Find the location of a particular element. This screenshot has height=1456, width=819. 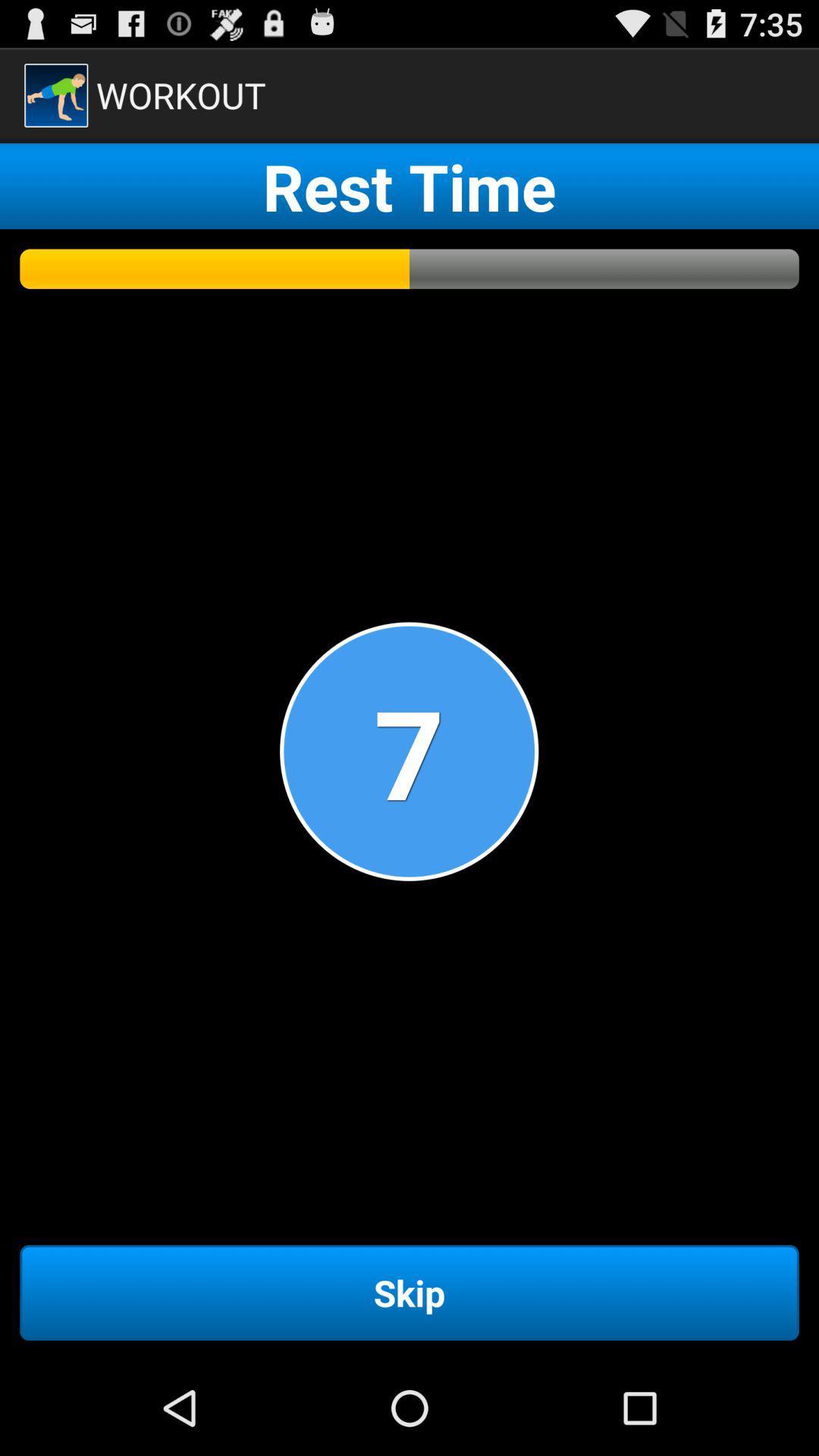

the icon at the bottom is located at coordinates (409, 1291).